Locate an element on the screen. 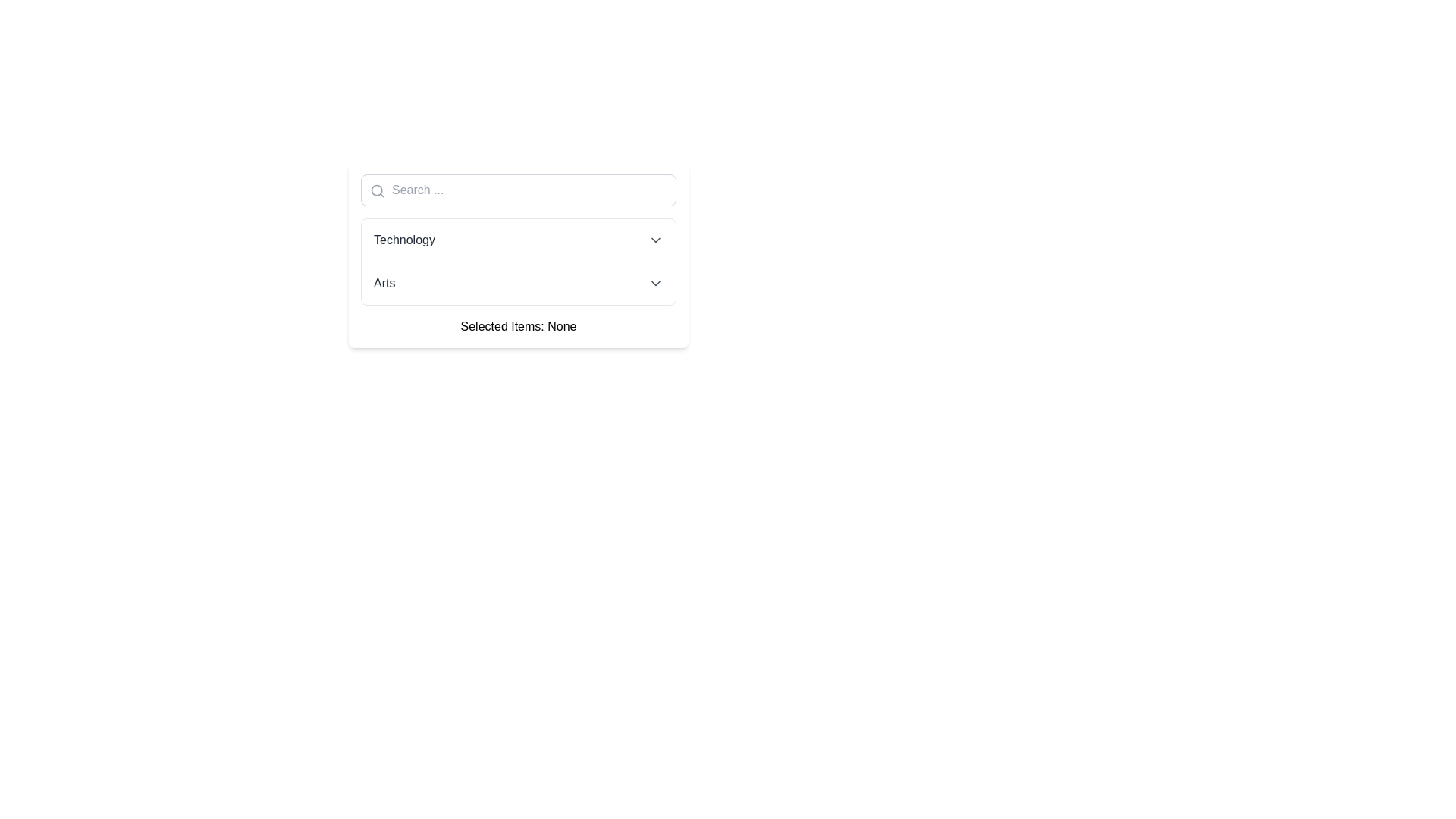 This screenshot has width=1456, height=819. the circular graphical element that represents the search icon, located at the left of the input area in the search bar header is located at coordinates (377, 190).